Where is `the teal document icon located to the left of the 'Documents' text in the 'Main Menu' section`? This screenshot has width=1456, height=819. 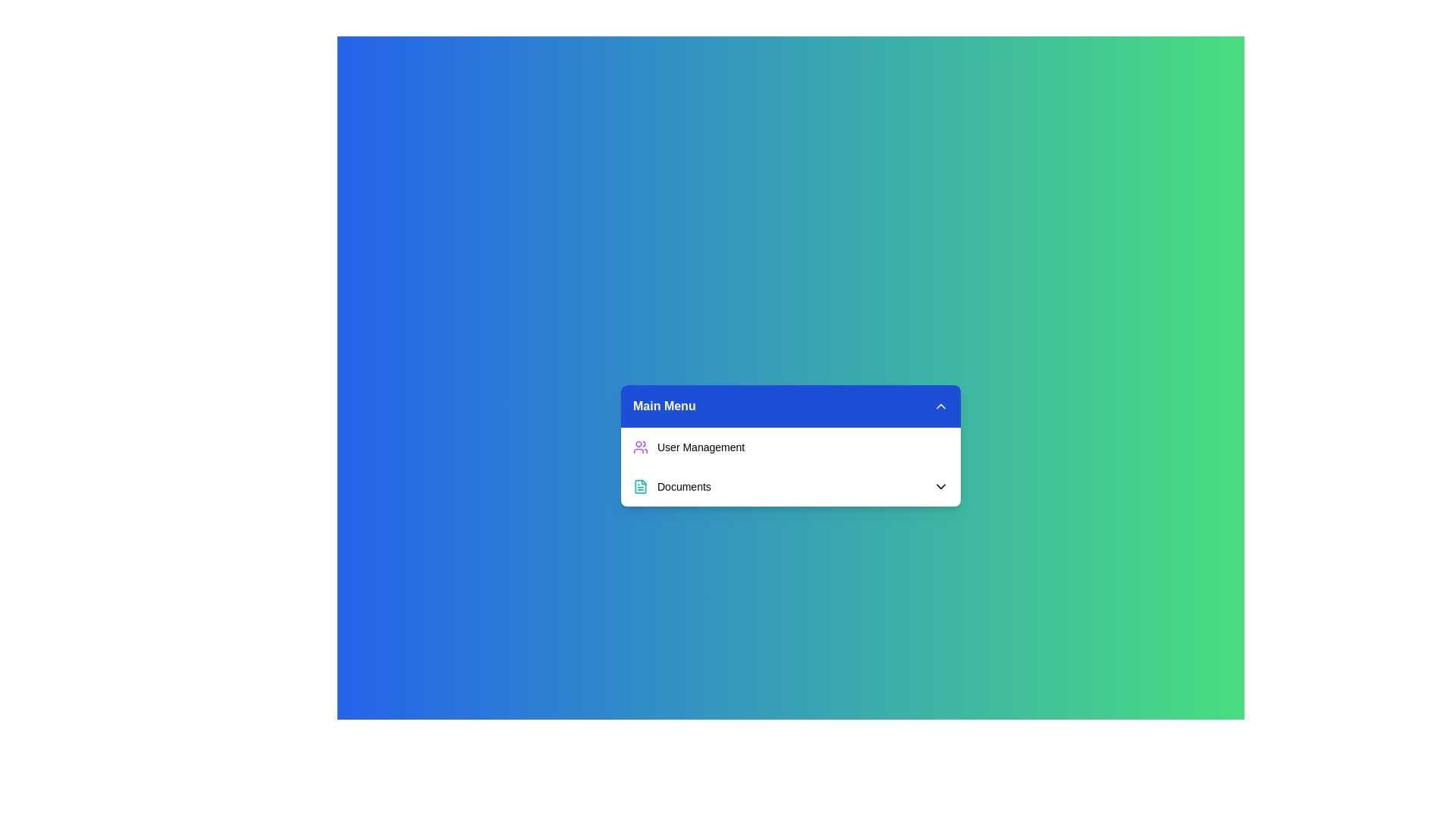 the teal document icon located to the left of the 'Documents' text in the 'Main Menu' section is located at coordinates (640, 486).